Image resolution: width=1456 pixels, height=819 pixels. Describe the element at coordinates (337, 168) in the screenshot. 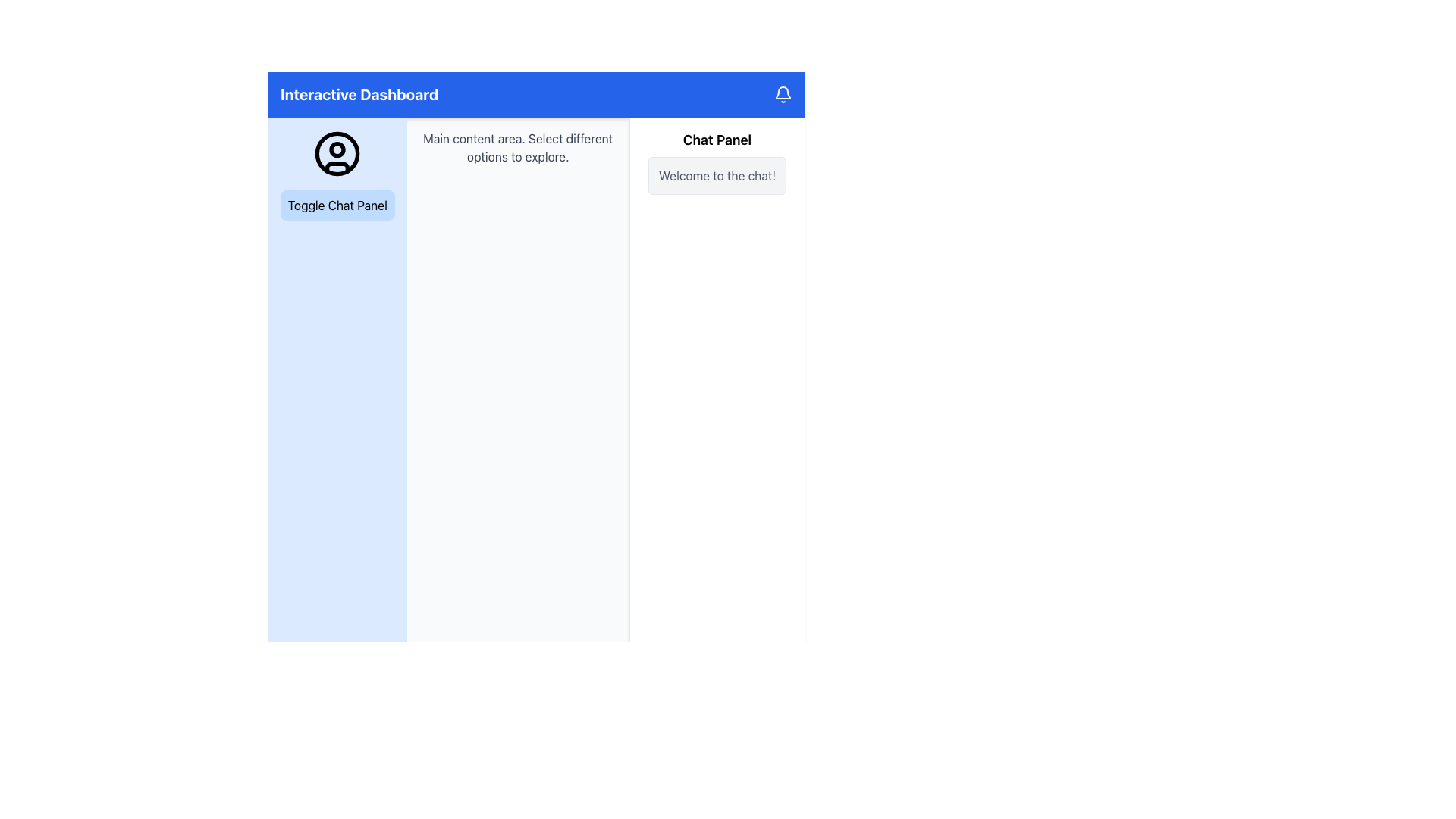

I see `the decorative graphical element that symbolizes a smile, located at the bottom of the user icon on the left side of the dashboard` at that location.